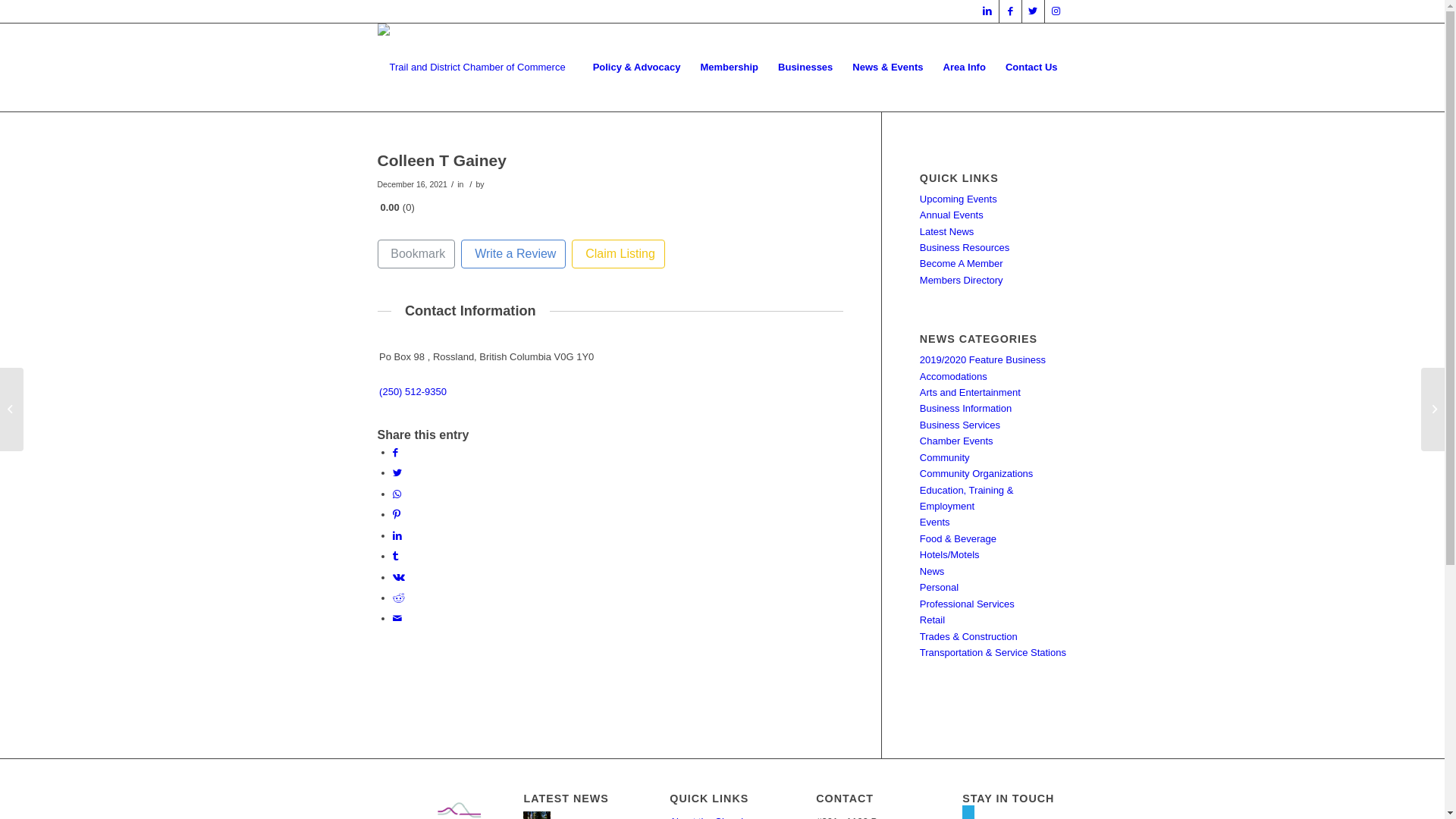 This screenshot has width=1456, height=819. Describe the element at coordinates (955, 441) in the screenshot. I see `'Chamber Events'` at that location.